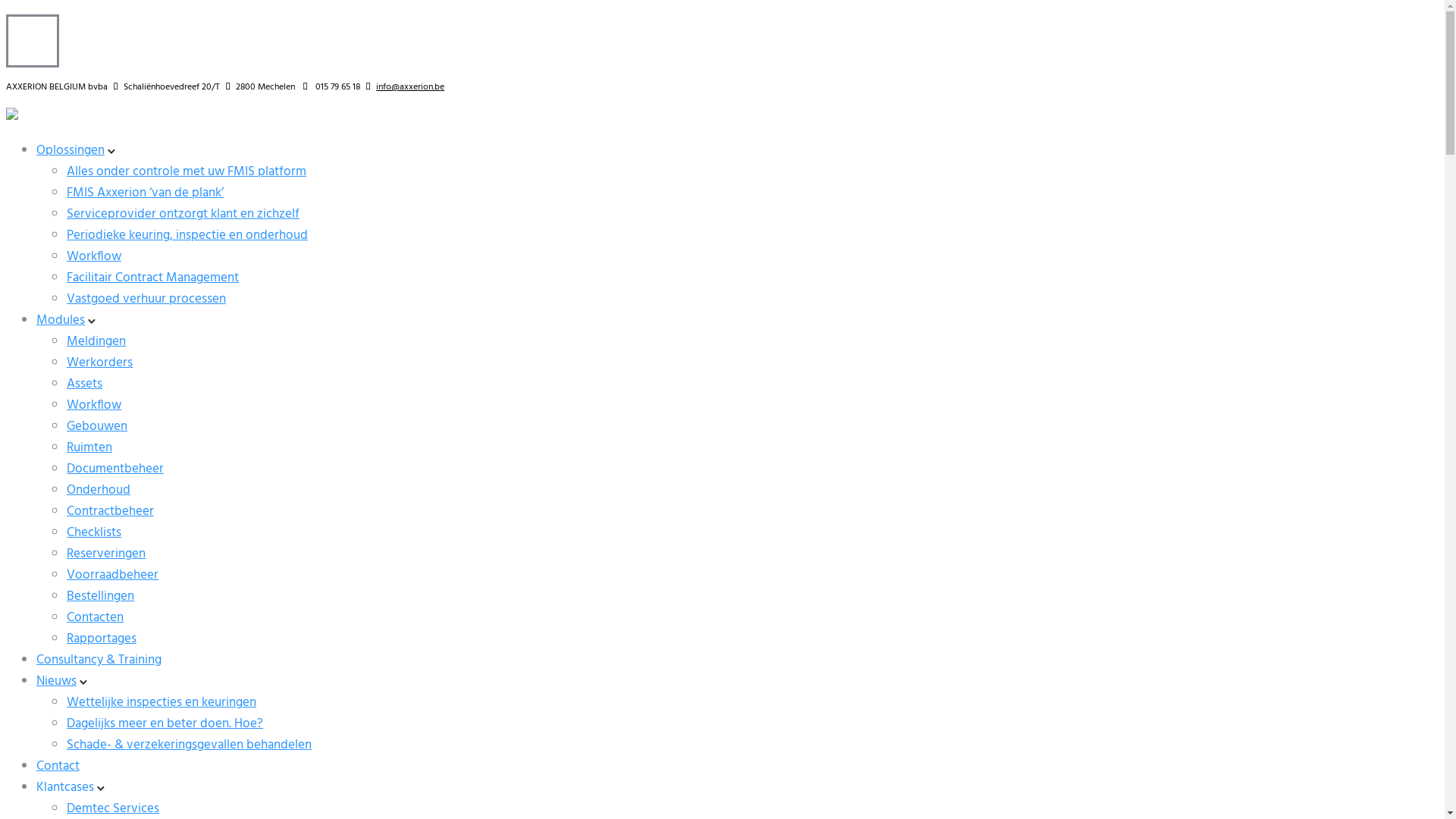 The image size is (1456, 819). I want to click on 'info@axxerion.be', so click(410, 87).